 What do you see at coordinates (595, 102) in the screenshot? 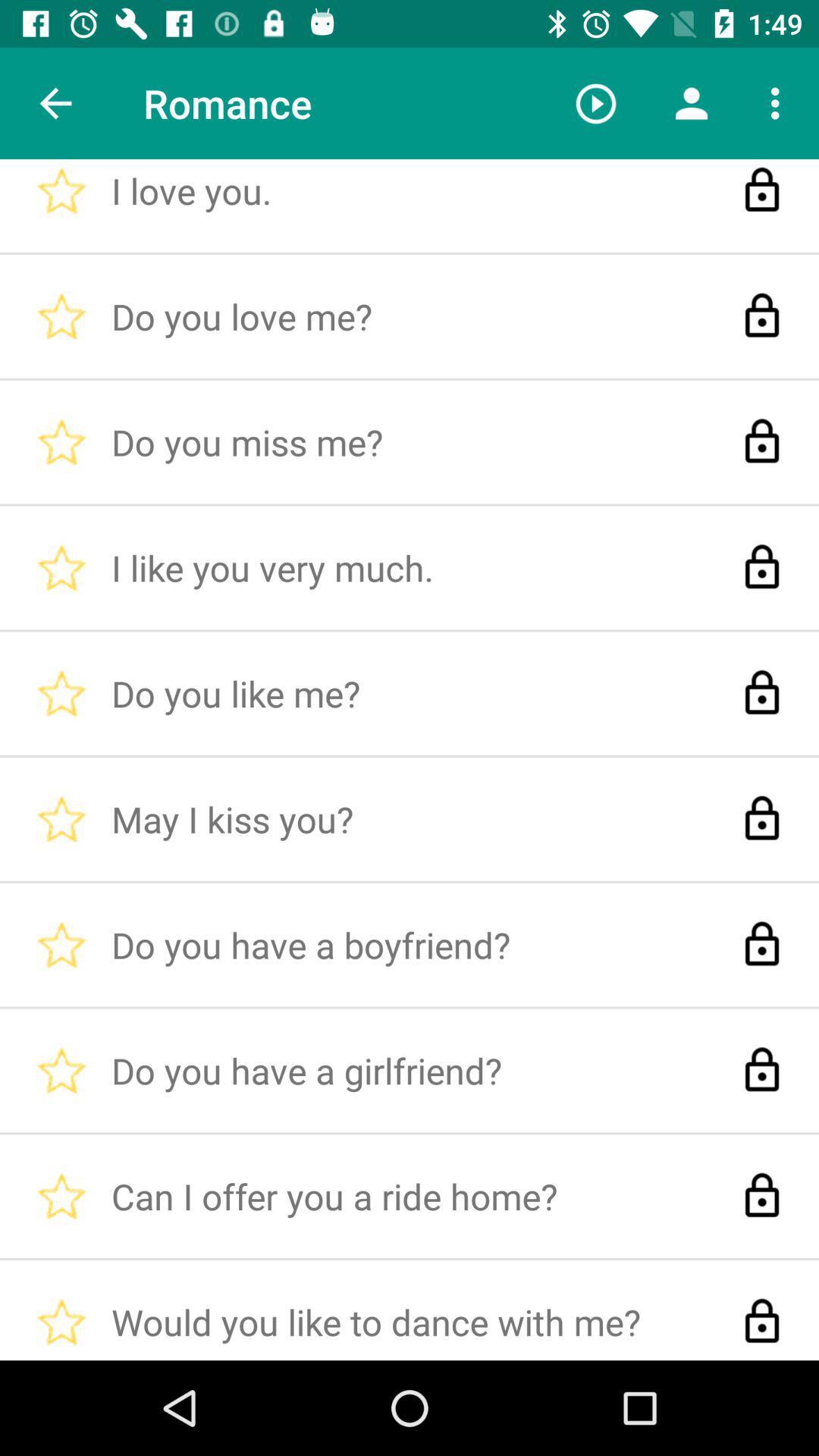
I see `the icon to the right of the romance item` at bounding box center [595, 102].